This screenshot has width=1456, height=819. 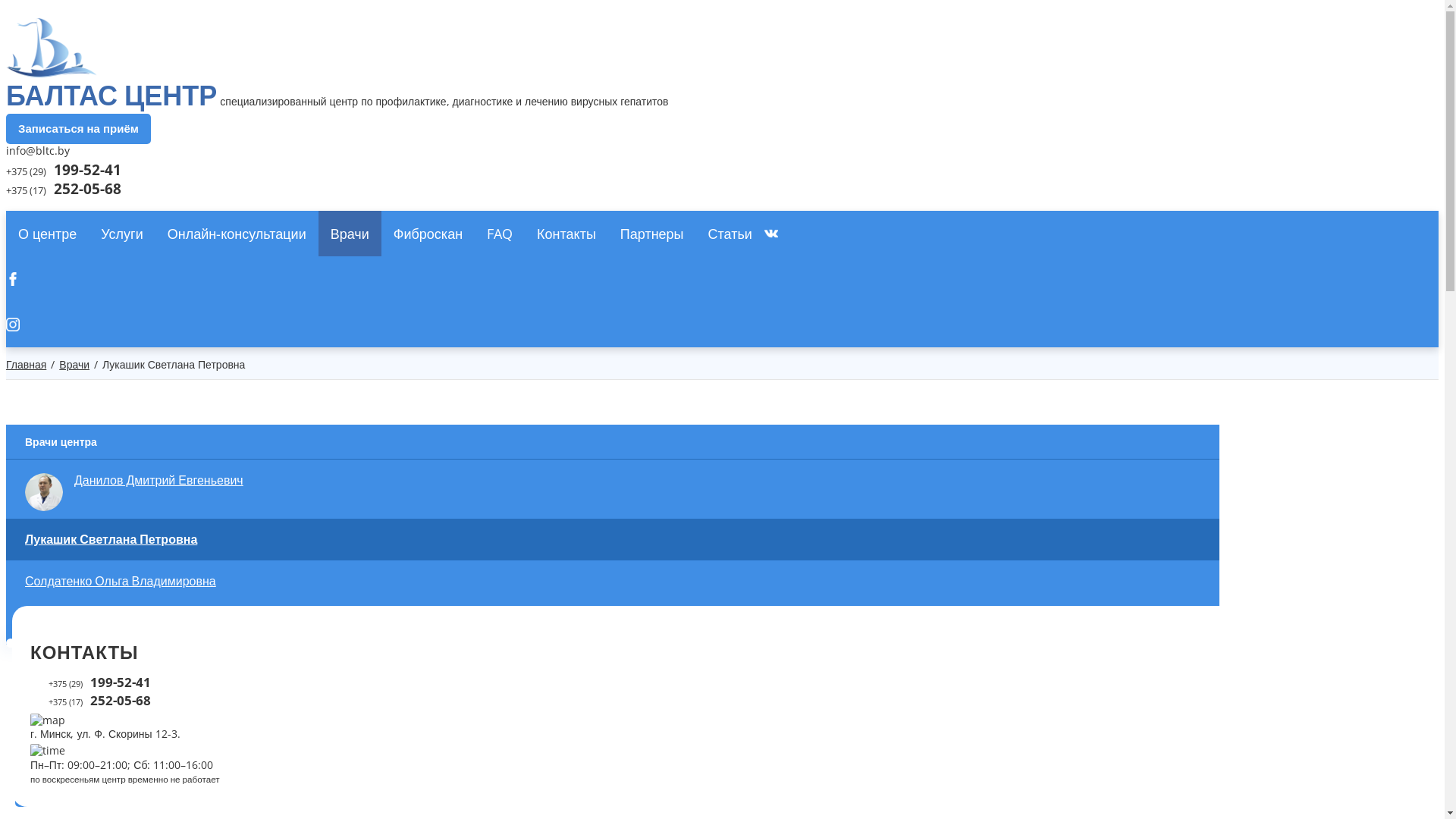 What do you see at coordinates (62, 170) in the screenshot?
I see `'+375 (29) 199-52-41'` at bounding box center [62, 170].